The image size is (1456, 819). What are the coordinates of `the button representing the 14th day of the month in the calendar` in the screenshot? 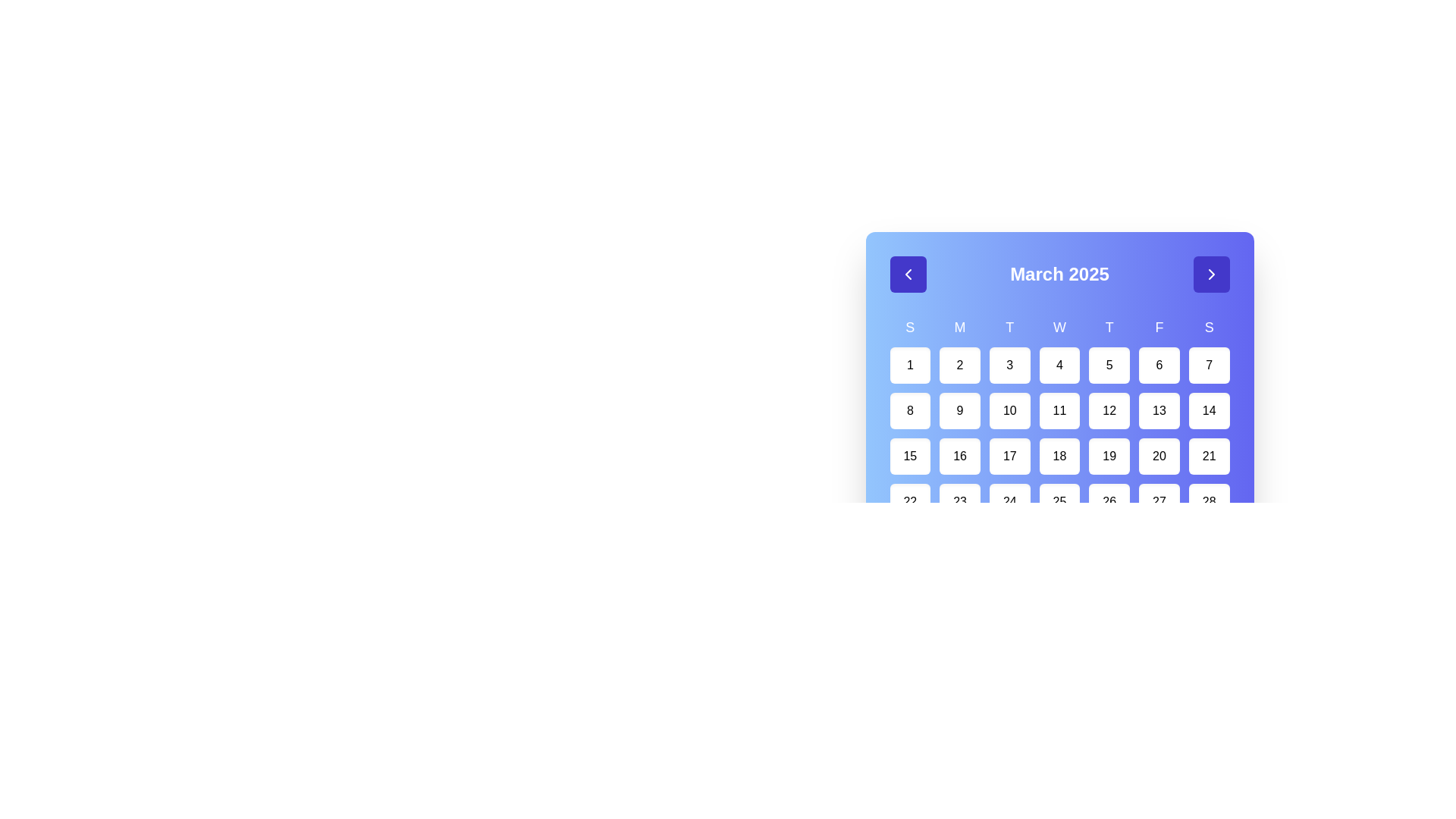 It's located at (1208, 411).